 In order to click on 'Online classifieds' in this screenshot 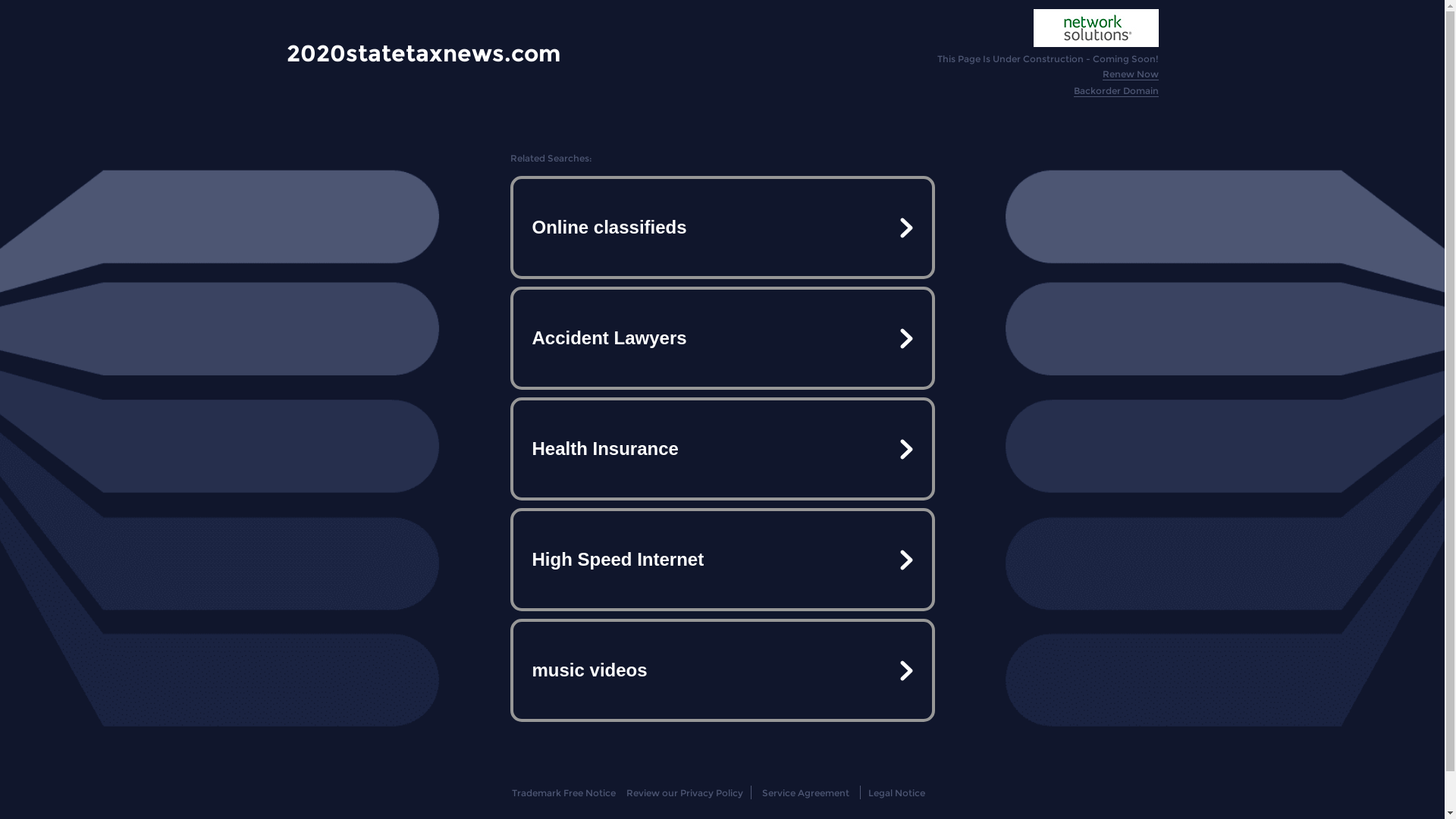, I will do `click(720, 227)`.